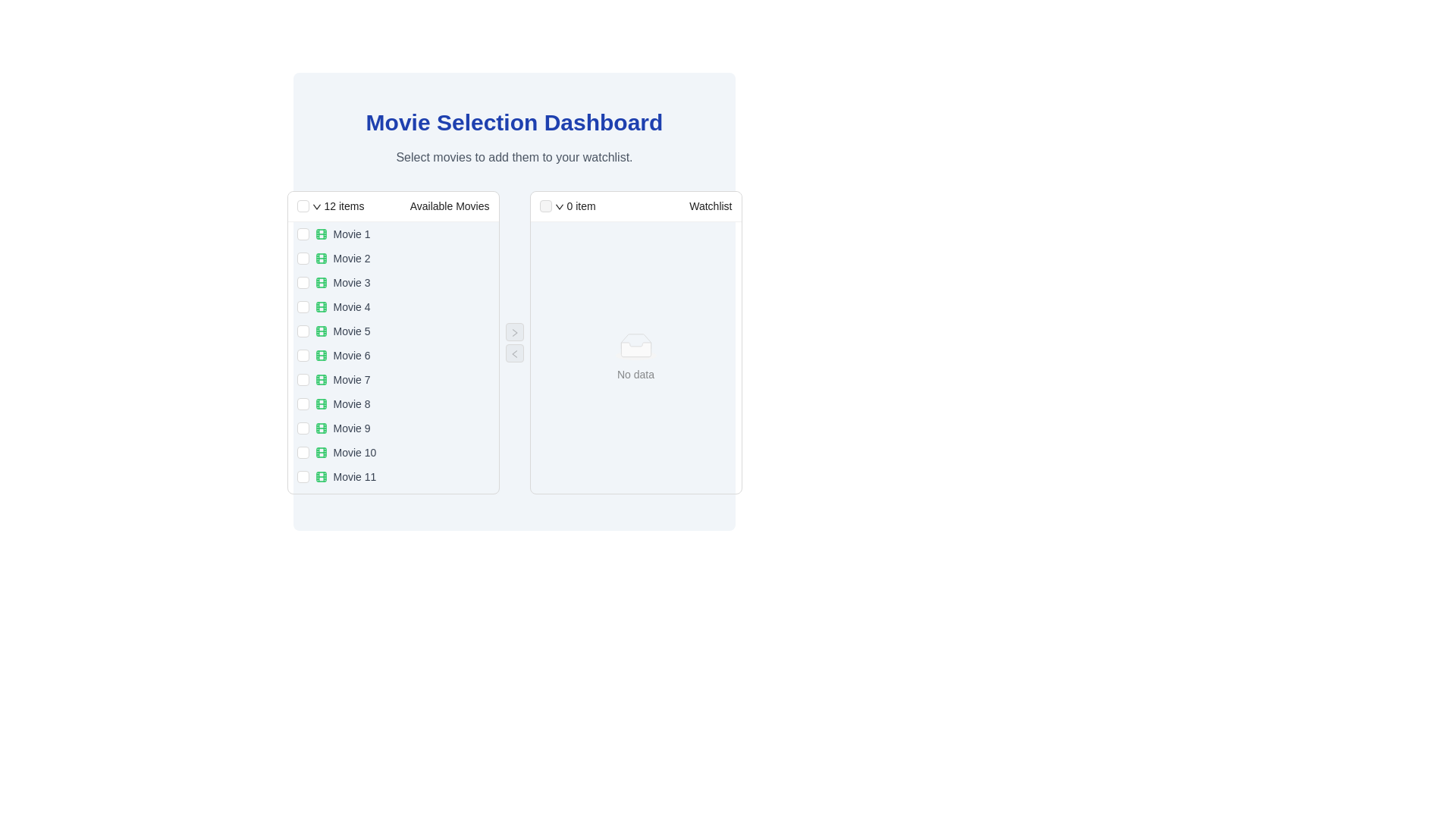 This screenshot has width=1456, height=819. What do you see at coordinates (353, 475) in the screenshot?
I see `text label that displays 'Movie 11', which is the last item in the 'Available Movies' section of the list` at bounding box center [353, 475].